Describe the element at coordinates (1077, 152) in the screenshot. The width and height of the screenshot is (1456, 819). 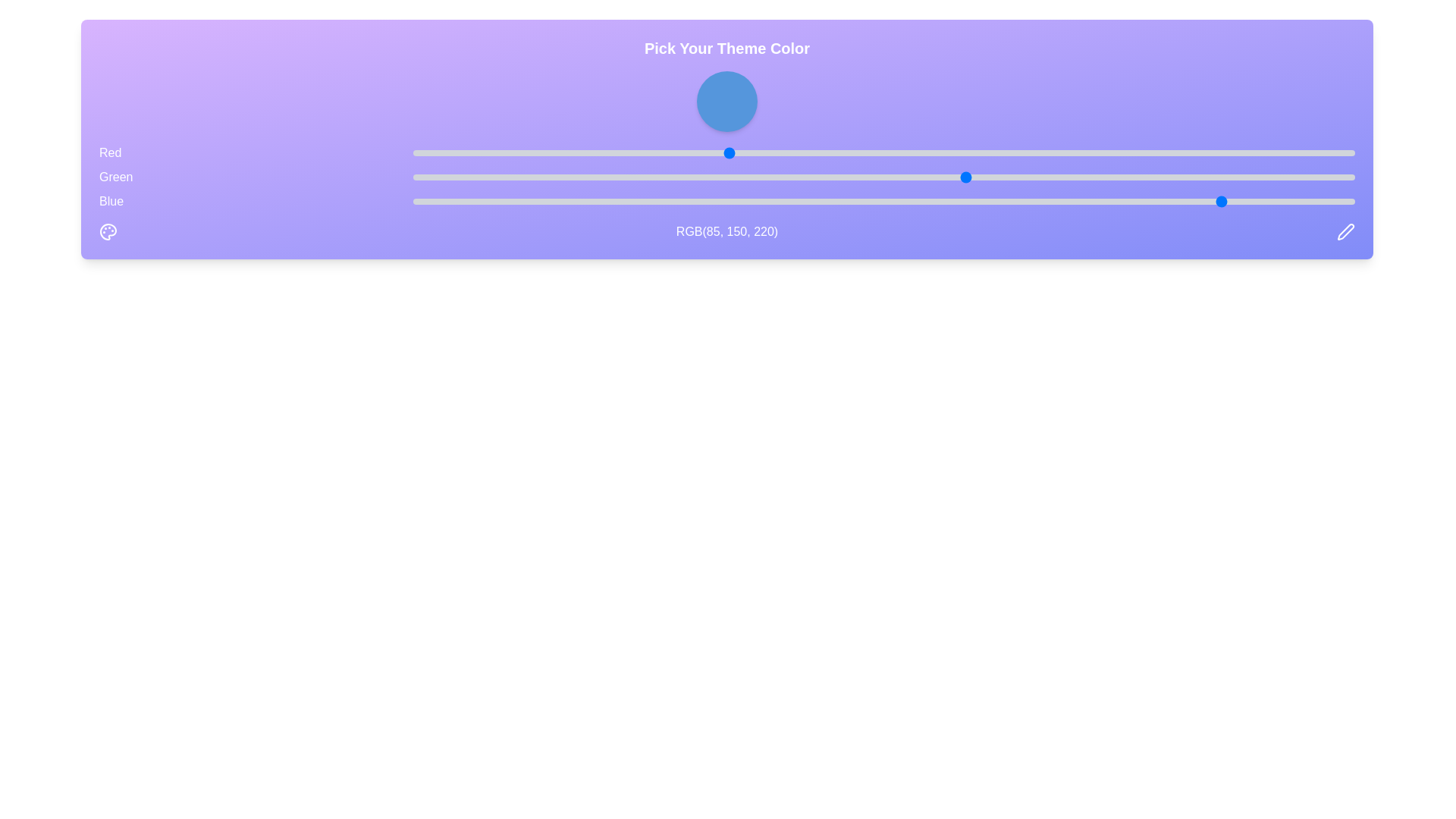
I see `the slider's value` at that location.